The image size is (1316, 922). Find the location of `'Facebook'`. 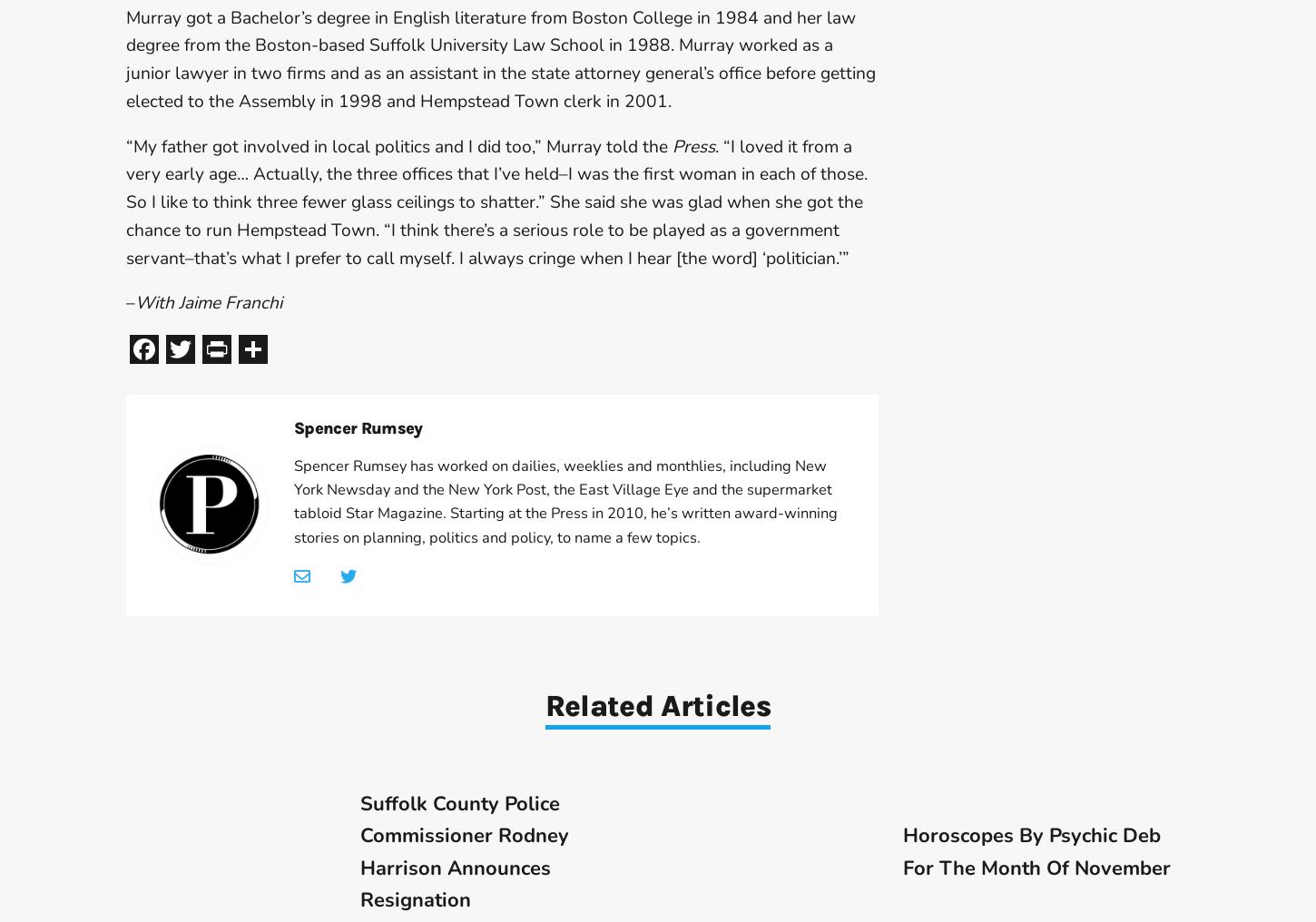

'Facebook' is located at coordinates (158, 348).